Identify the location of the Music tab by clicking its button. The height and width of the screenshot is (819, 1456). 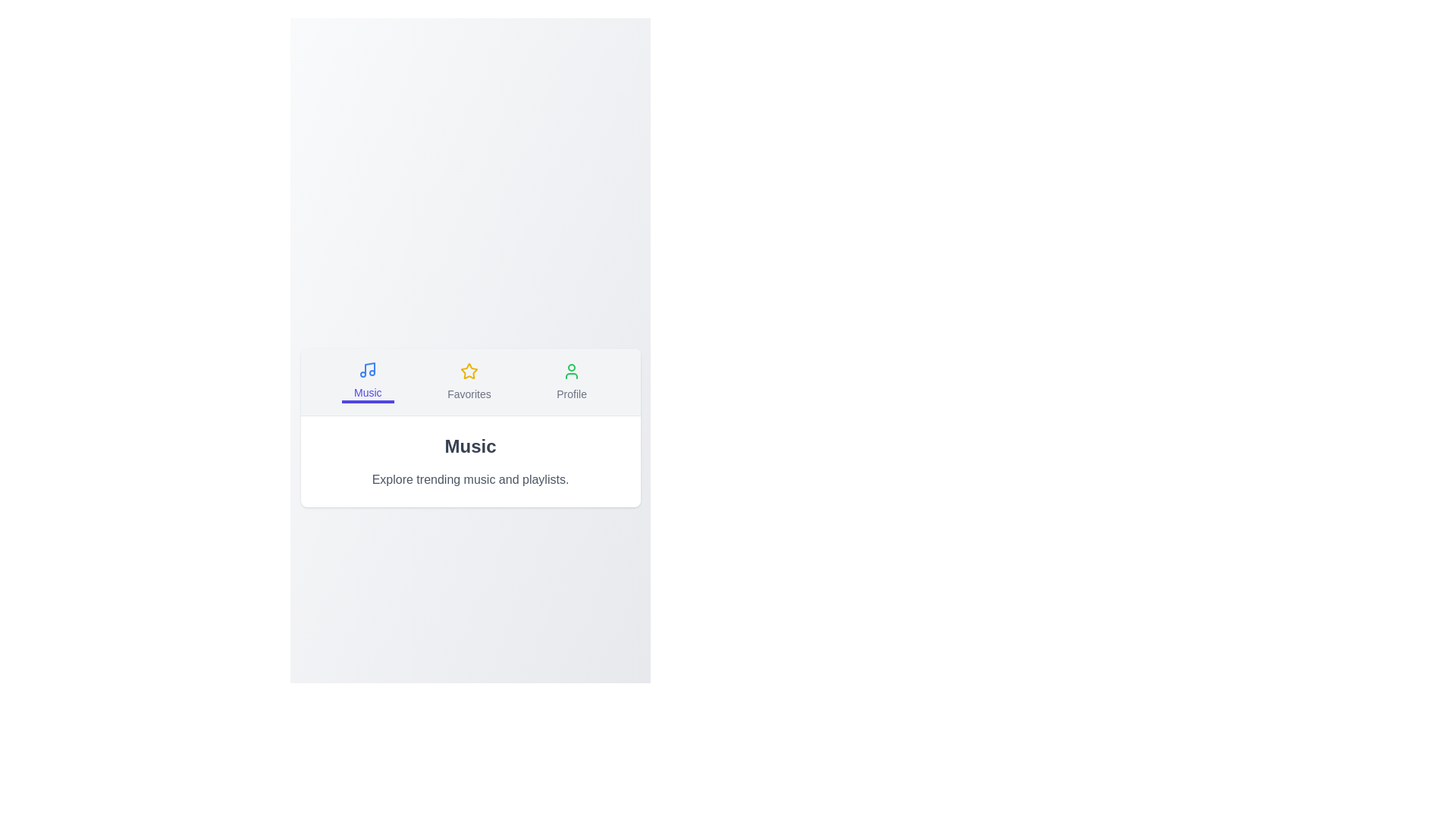
(367, 380).